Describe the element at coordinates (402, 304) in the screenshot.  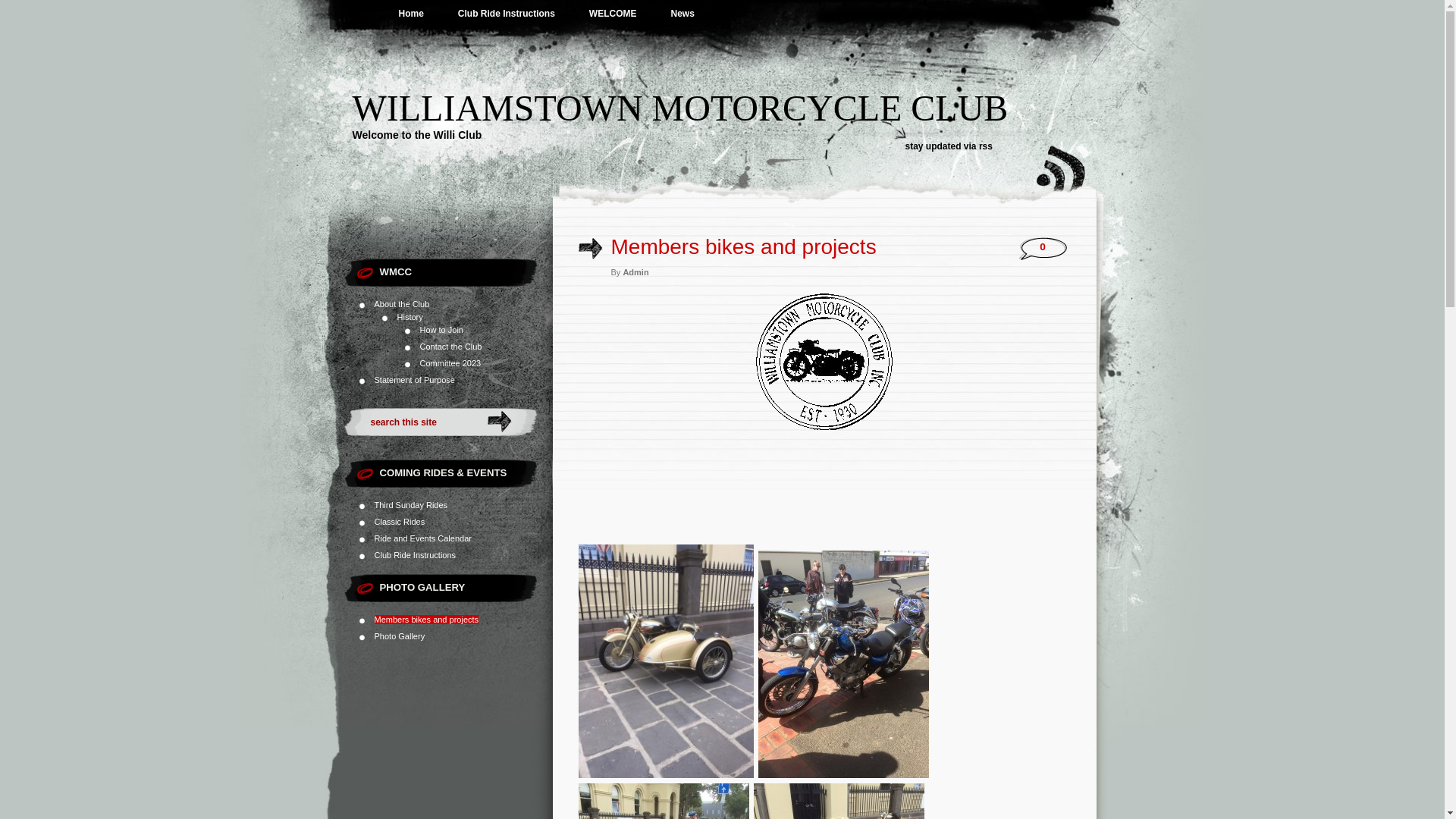
I see `'About the Club'` at that location.